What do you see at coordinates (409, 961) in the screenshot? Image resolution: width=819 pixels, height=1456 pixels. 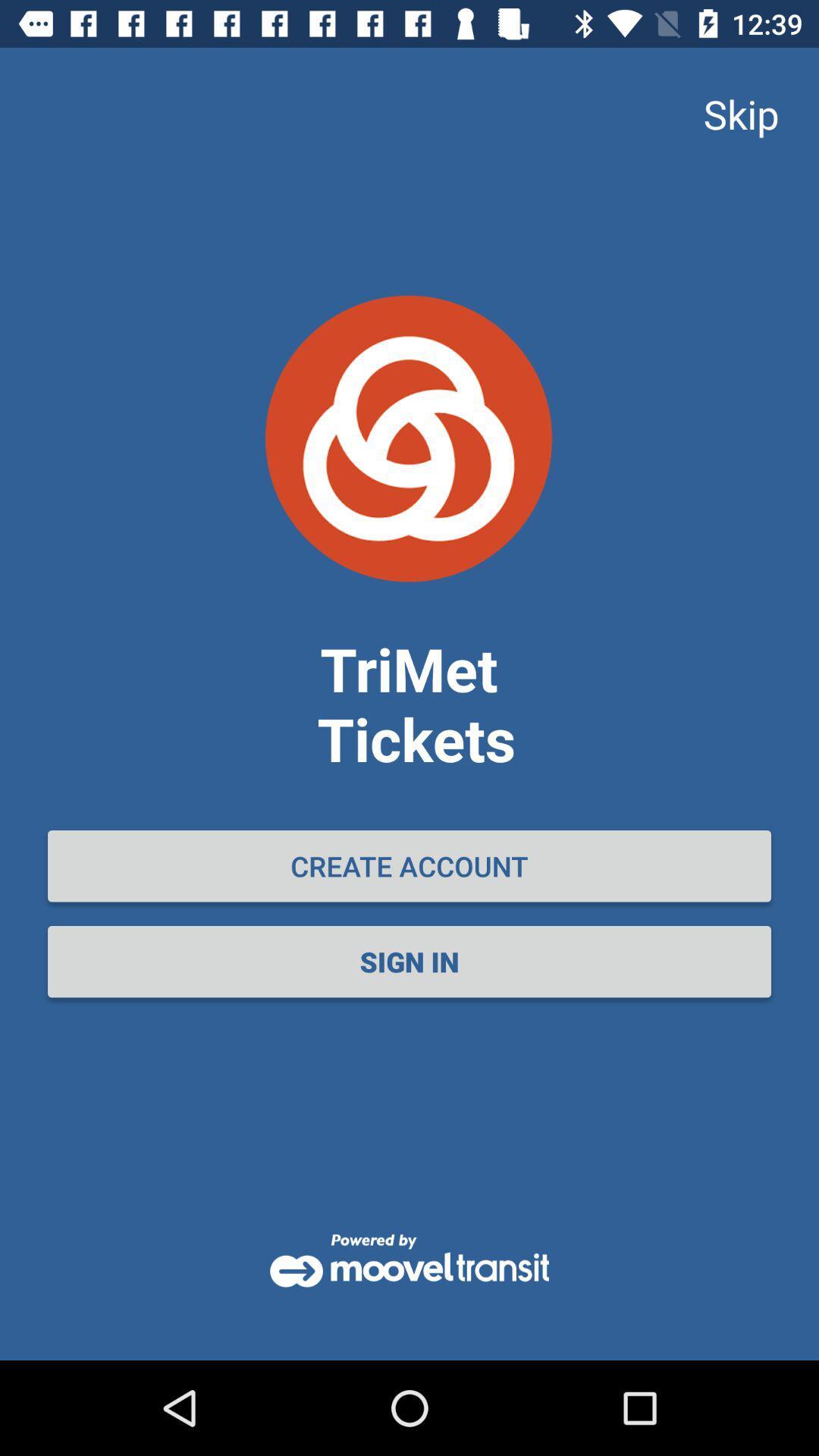 I see `the icon below the create account icon` at bounding box center [409, 961].